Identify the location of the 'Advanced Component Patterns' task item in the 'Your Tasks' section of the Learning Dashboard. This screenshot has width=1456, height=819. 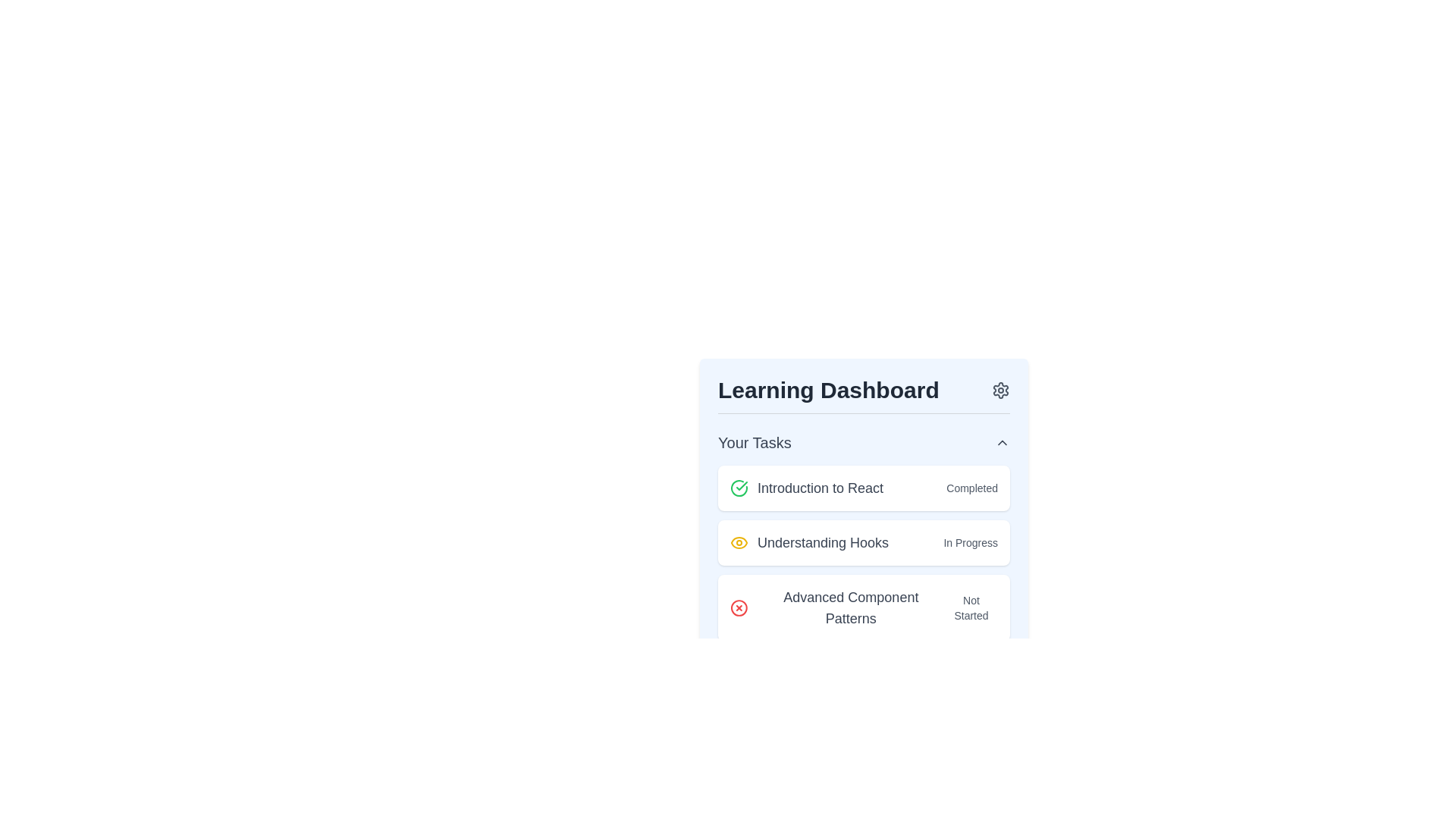
(836, 607).